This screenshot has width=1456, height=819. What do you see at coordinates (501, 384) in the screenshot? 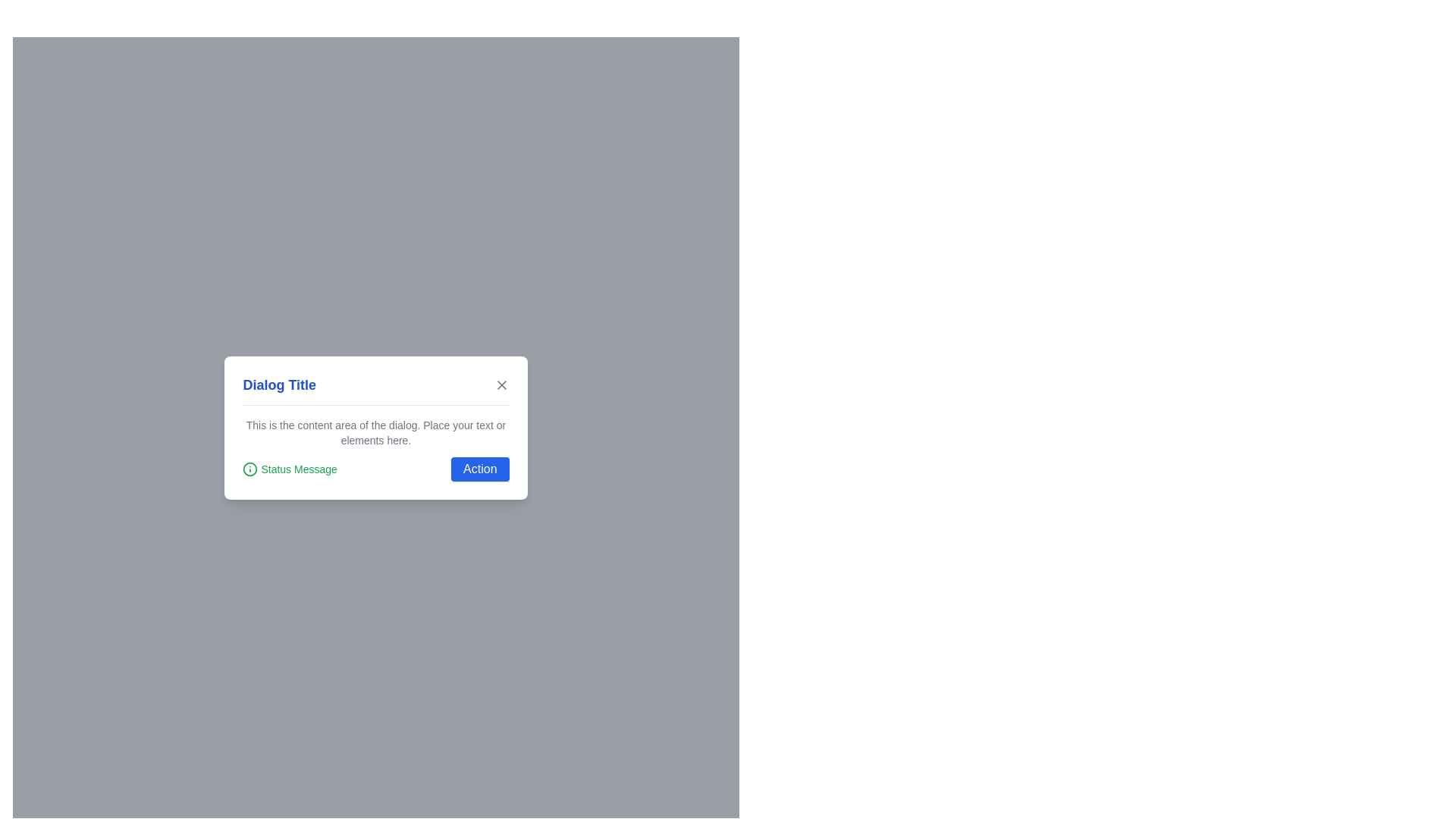
I see `the decorative 'Close' icon located in the top-right corner of the dialog box` at bounding box center [501, 384].